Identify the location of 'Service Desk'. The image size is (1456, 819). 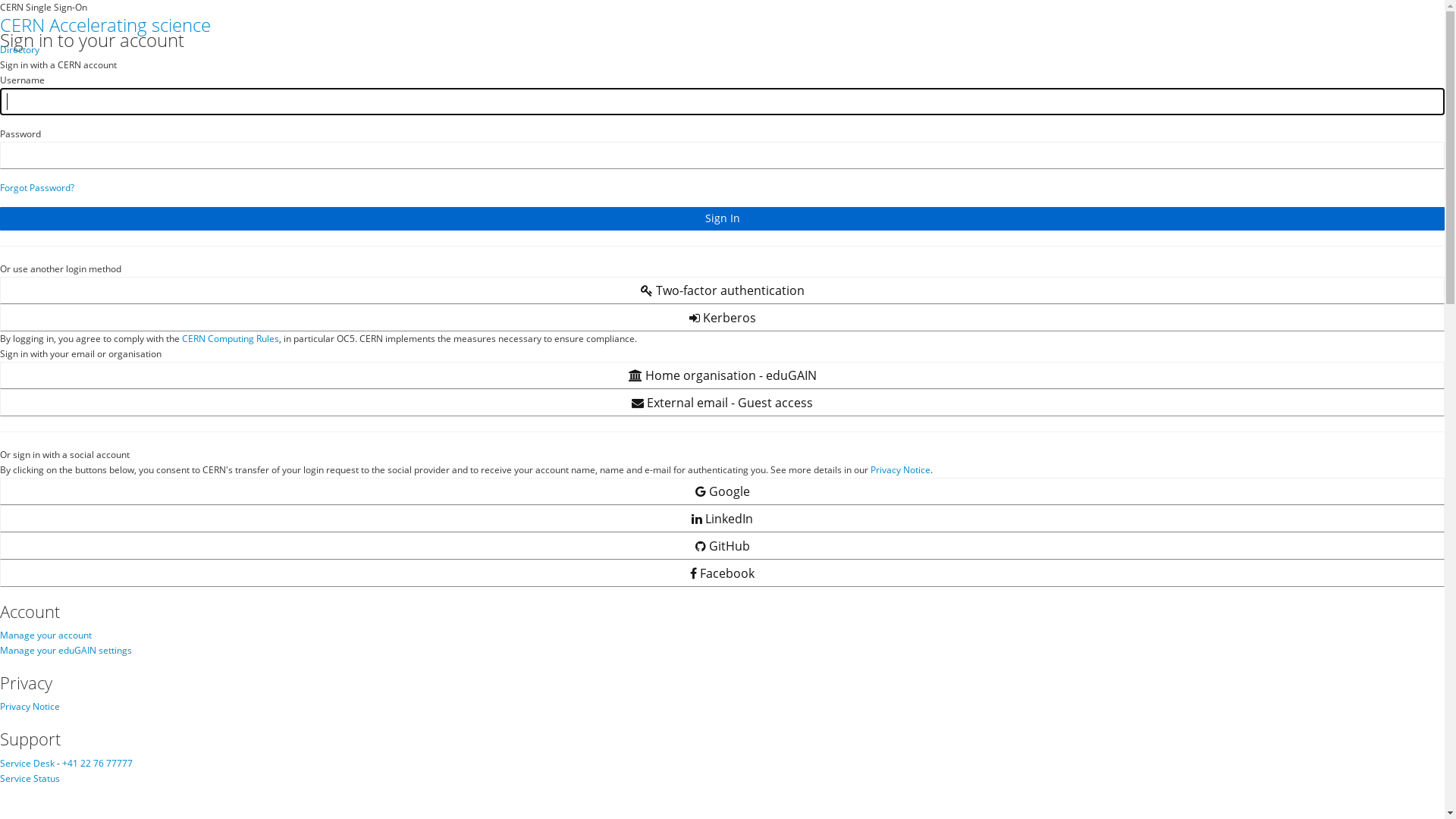
(27, 763).